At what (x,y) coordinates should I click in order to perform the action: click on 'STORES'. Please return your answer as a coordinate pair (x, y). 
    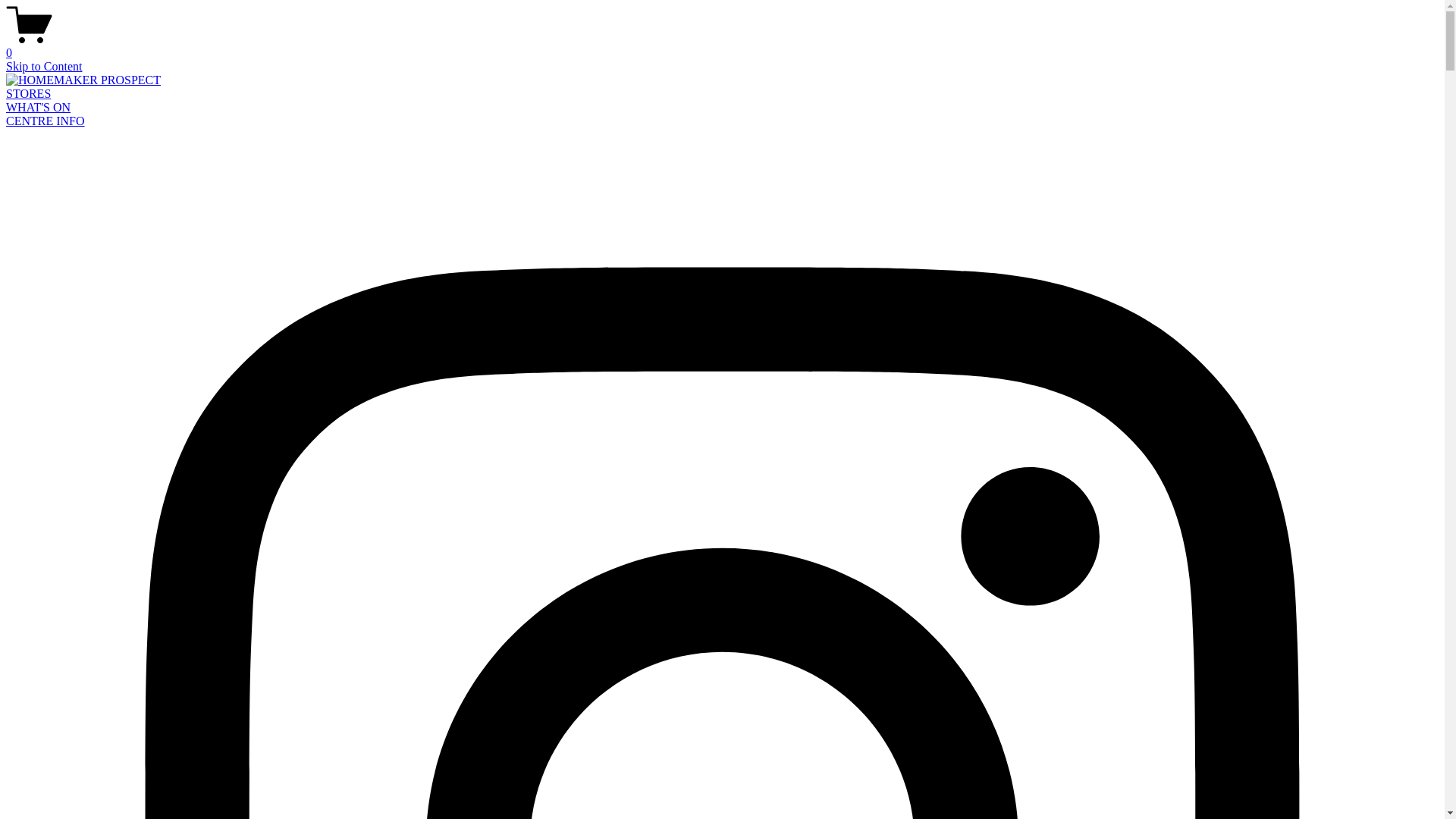
    Looking at the image, I should click on (6, 93).